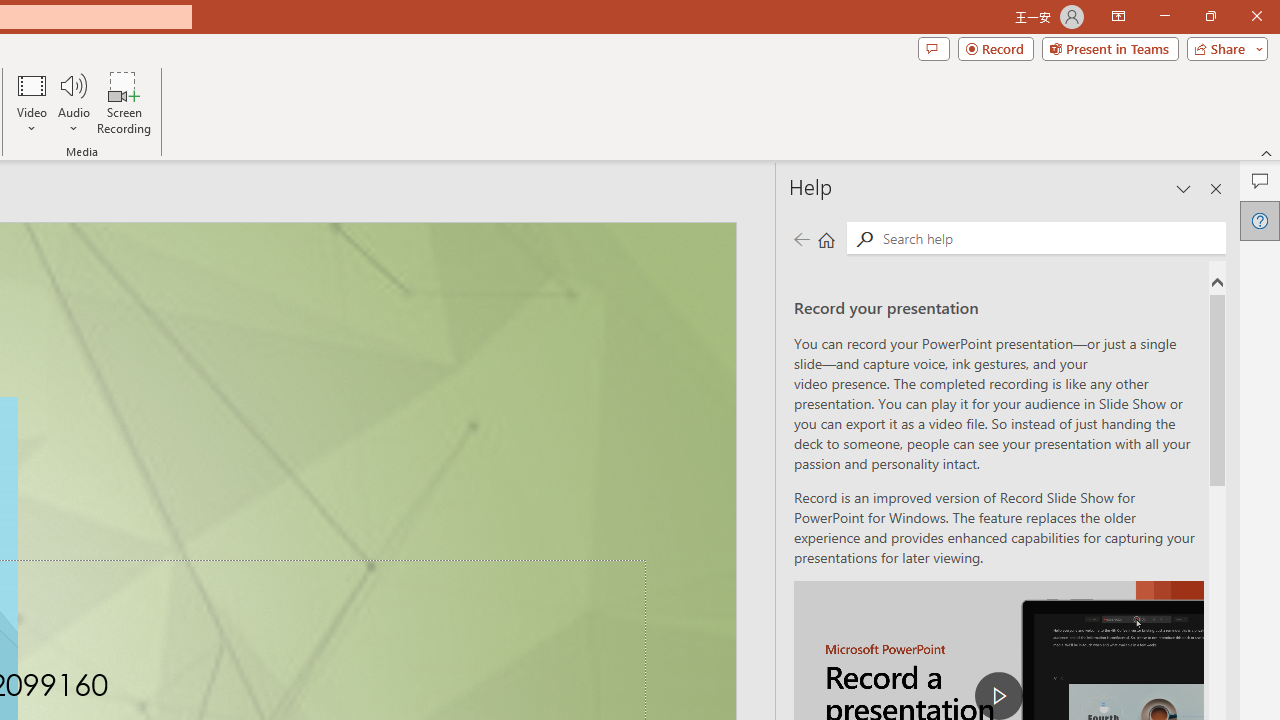 Image resolution: width=1280 pixels, height=720 pixels. What do you see at coordinates (1184, 189) in the screenshot?
I see `'Task Pane Options'` at bounding box center [1184, 189].